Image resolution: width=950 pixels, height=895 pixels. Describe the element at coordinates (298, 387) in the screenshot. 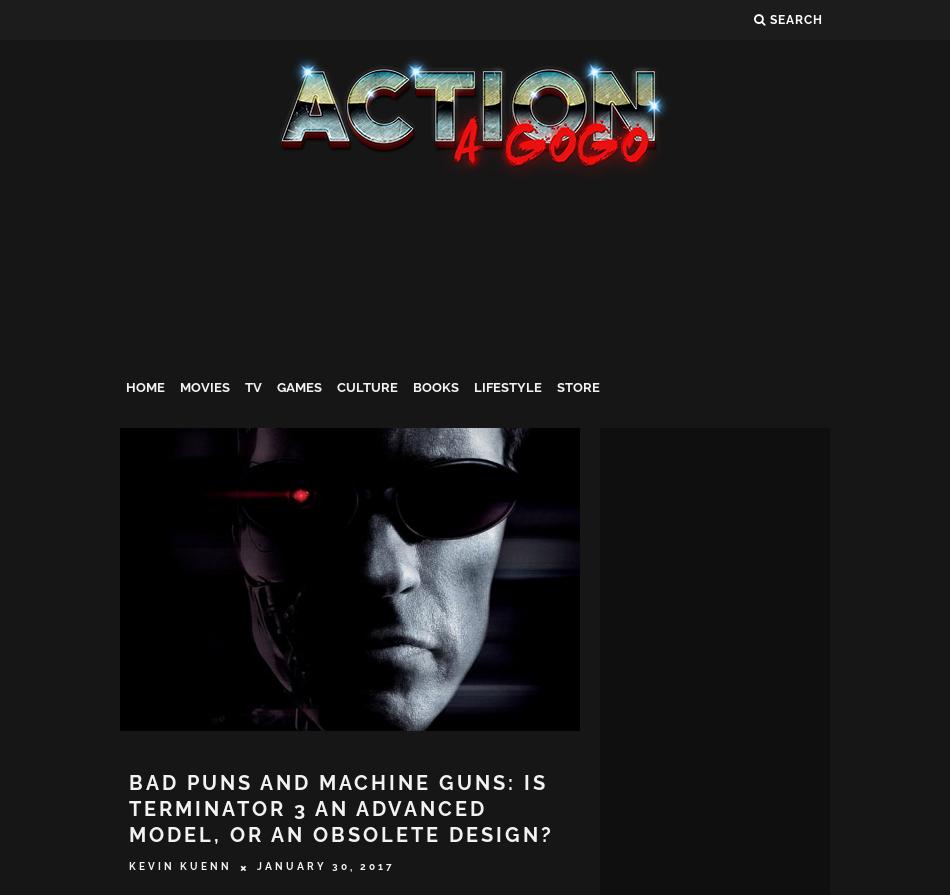

I see `'Games'` at that location.